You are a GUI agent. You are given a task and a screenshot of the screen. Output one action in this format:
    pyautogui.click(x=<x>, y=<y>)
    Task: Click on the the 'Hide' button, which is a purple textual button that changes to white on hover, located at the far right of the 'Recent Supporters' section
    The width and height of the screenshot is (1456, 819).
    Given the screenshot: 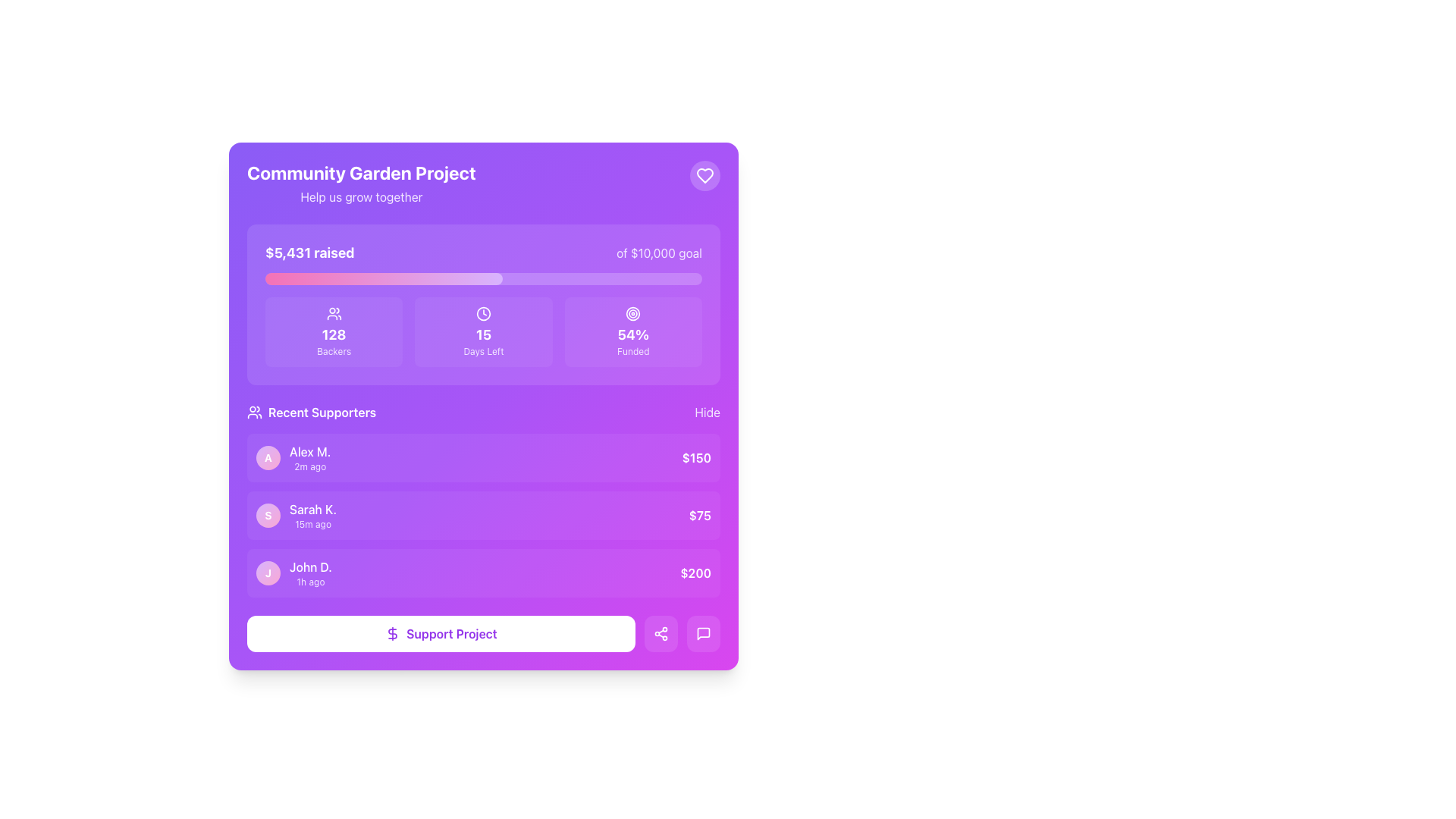 What is the action you would take?
    pyautogui.click(x=707, y=412)
    